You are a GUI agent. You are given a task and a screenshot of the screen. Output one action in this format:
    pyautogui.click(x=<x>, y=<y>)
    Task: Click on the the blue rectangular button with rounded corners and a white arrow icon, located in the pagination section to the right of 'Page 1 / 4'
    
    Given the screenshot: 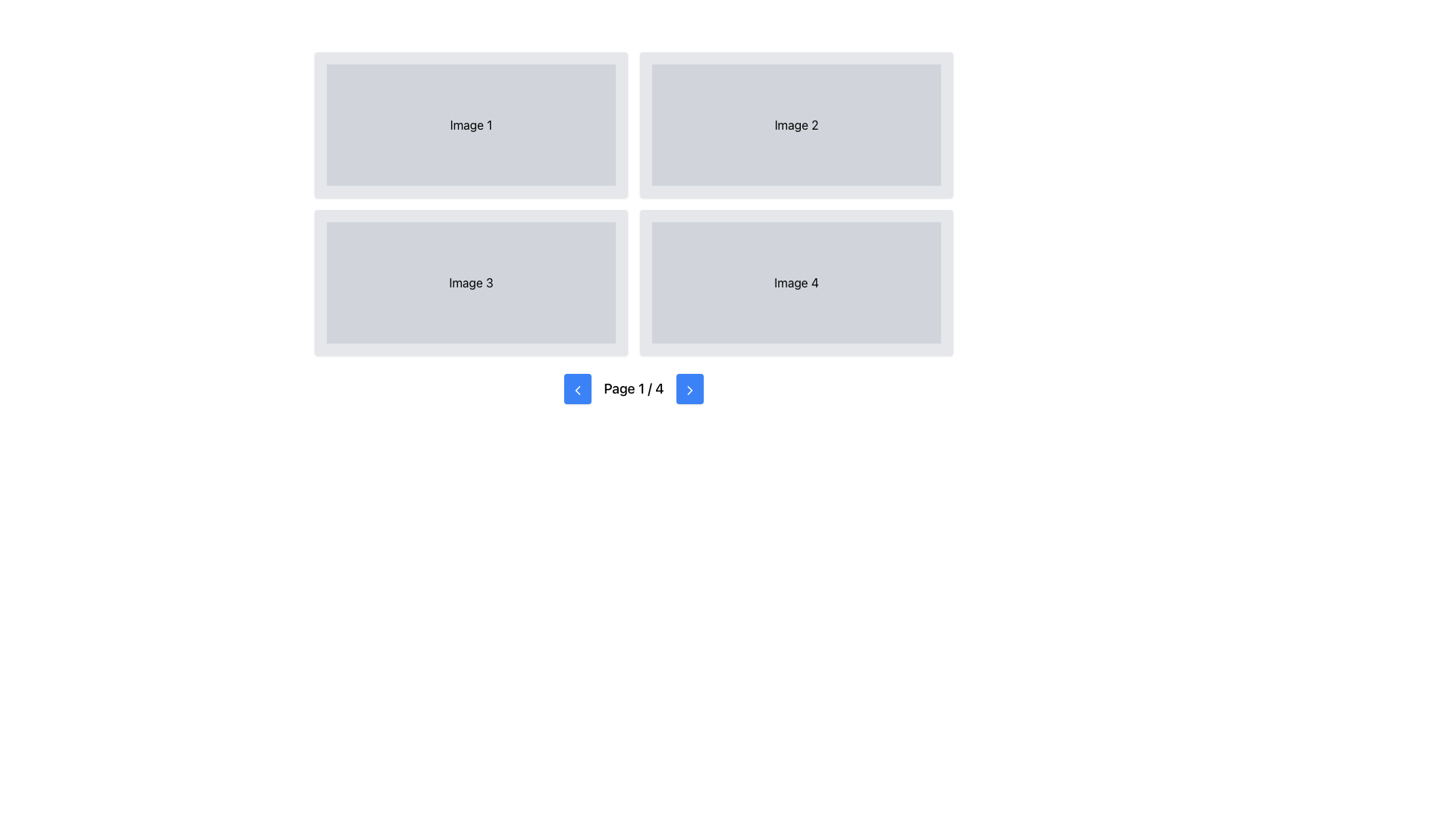 What is the action you would take?
    pyautogui.click(x=689, y=388)
    